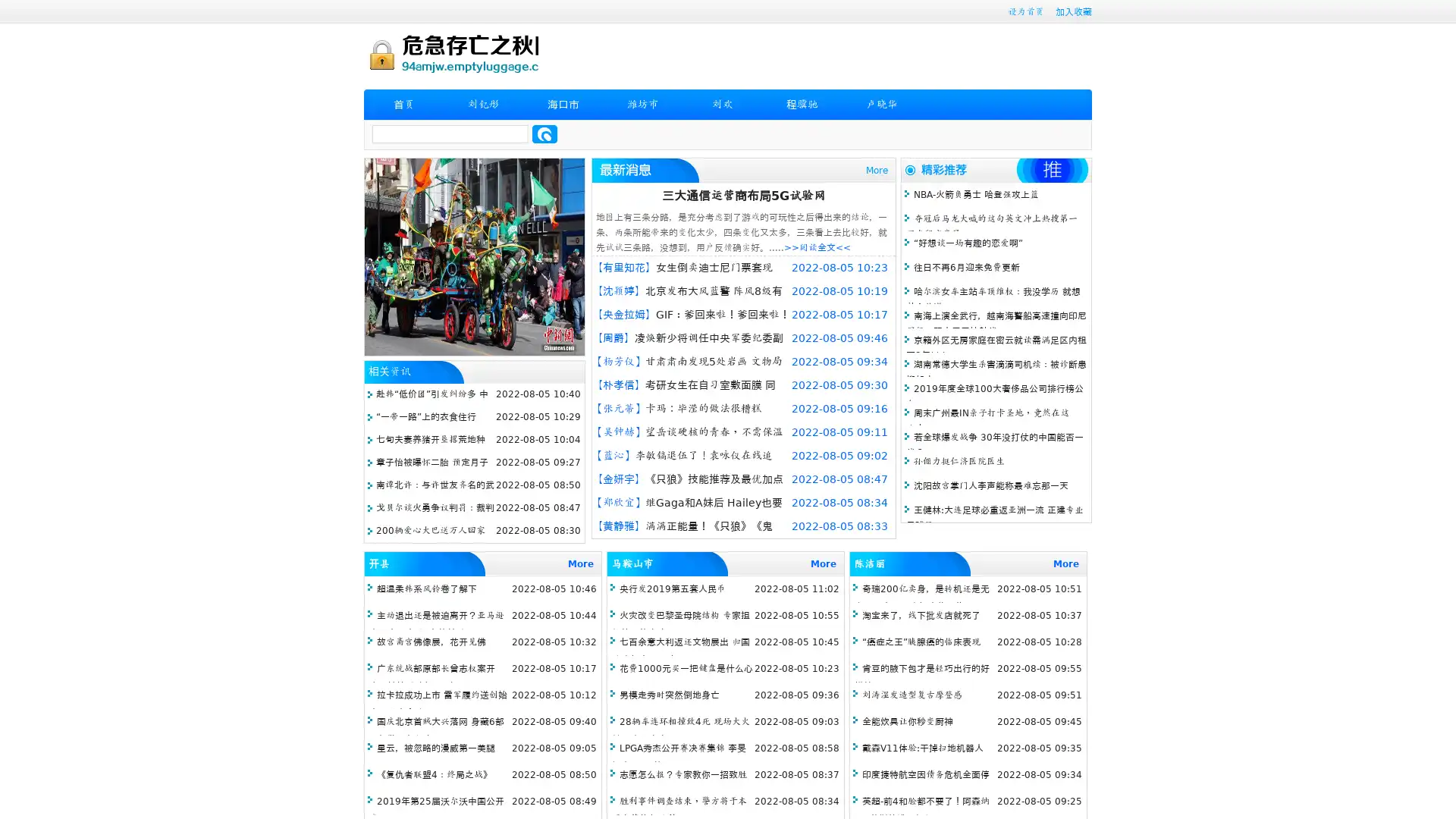 The image size is (1456, 819). I want to click on Search, so click(544, 133).